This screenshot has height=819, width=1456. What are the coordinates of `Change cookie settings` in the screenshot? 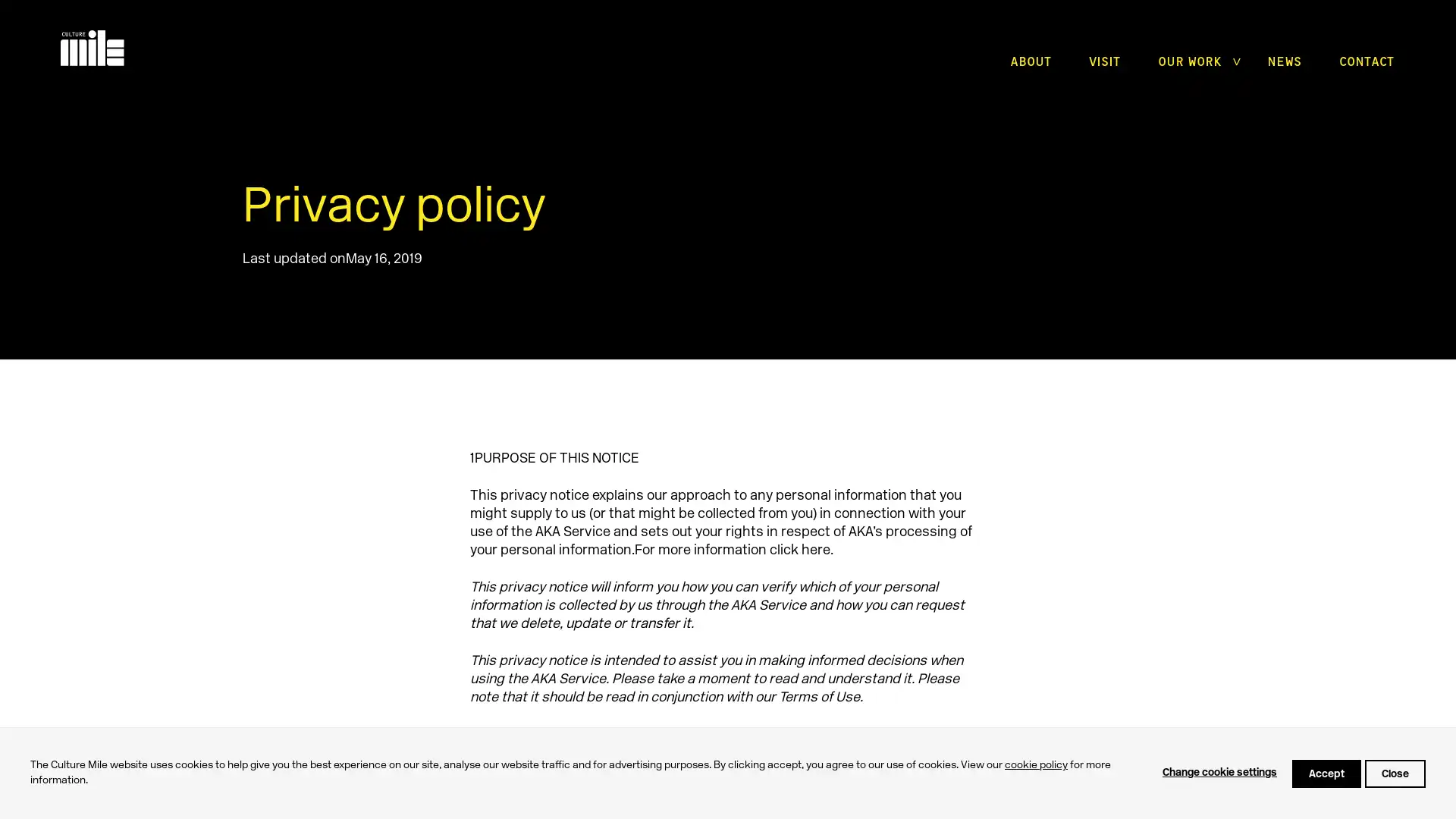 It's located at (1219, 773).